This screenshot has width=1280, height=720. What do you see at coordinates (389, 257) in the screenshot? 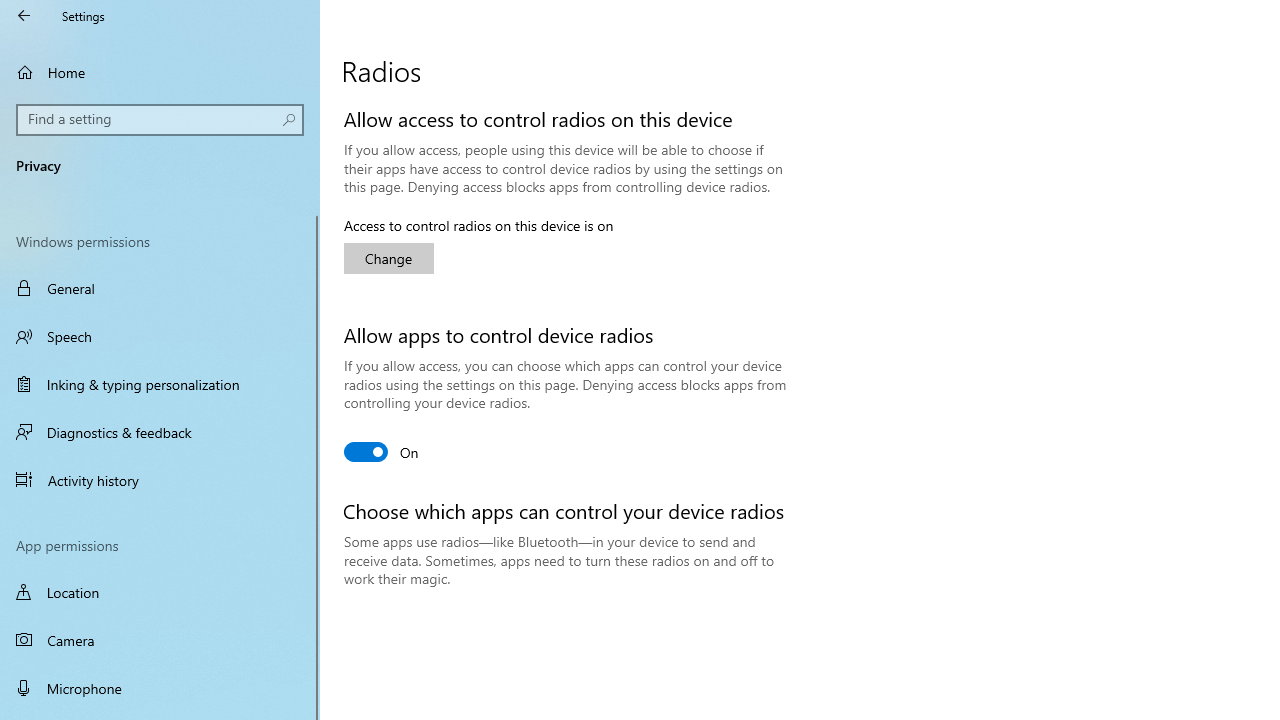
I see `'Change'` at bounding box center [389, 257].